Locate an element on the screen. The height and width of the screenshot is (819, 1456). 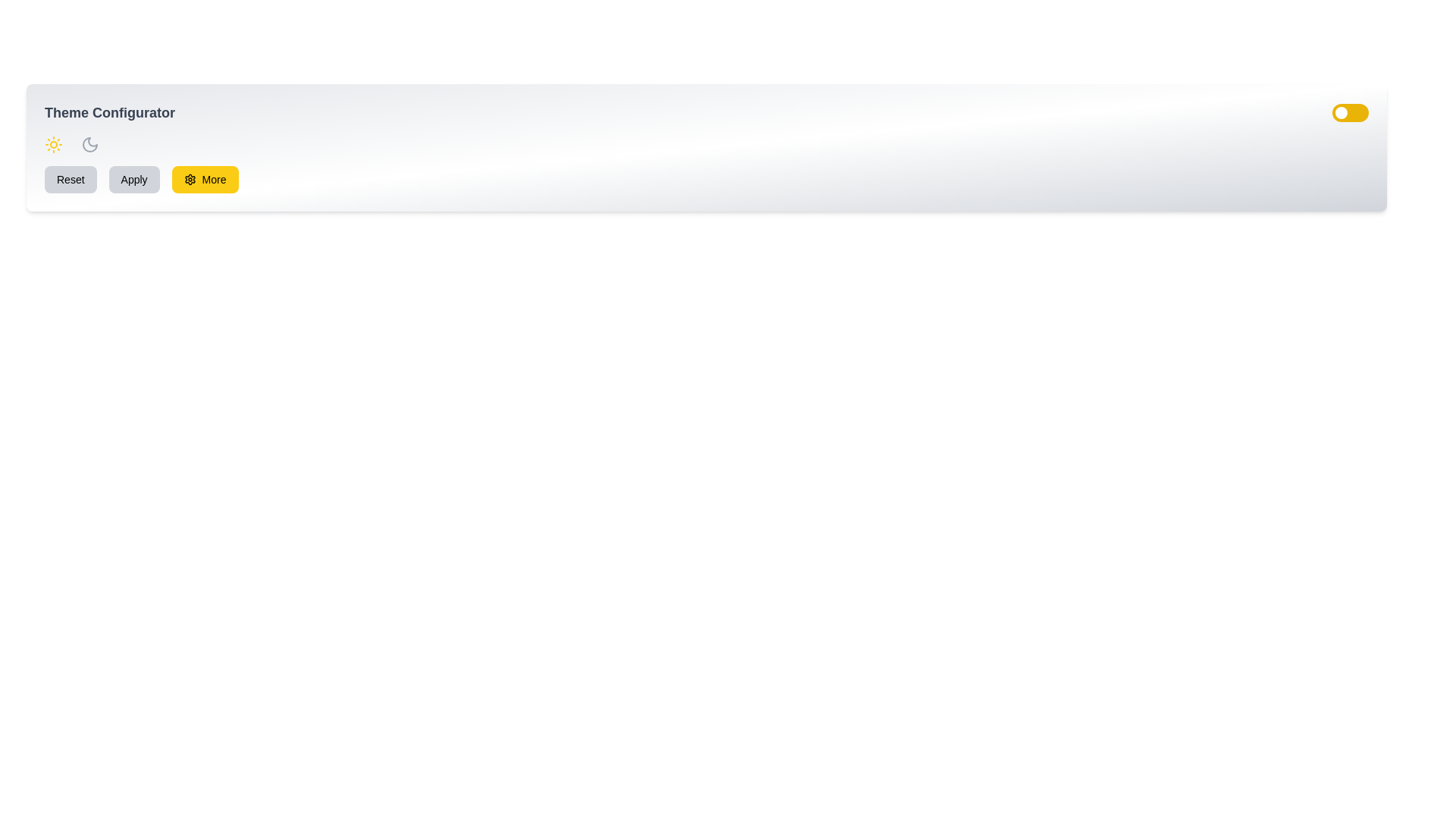
the yellow 'More' button with a gear icon is located at coordinates (204, 178).